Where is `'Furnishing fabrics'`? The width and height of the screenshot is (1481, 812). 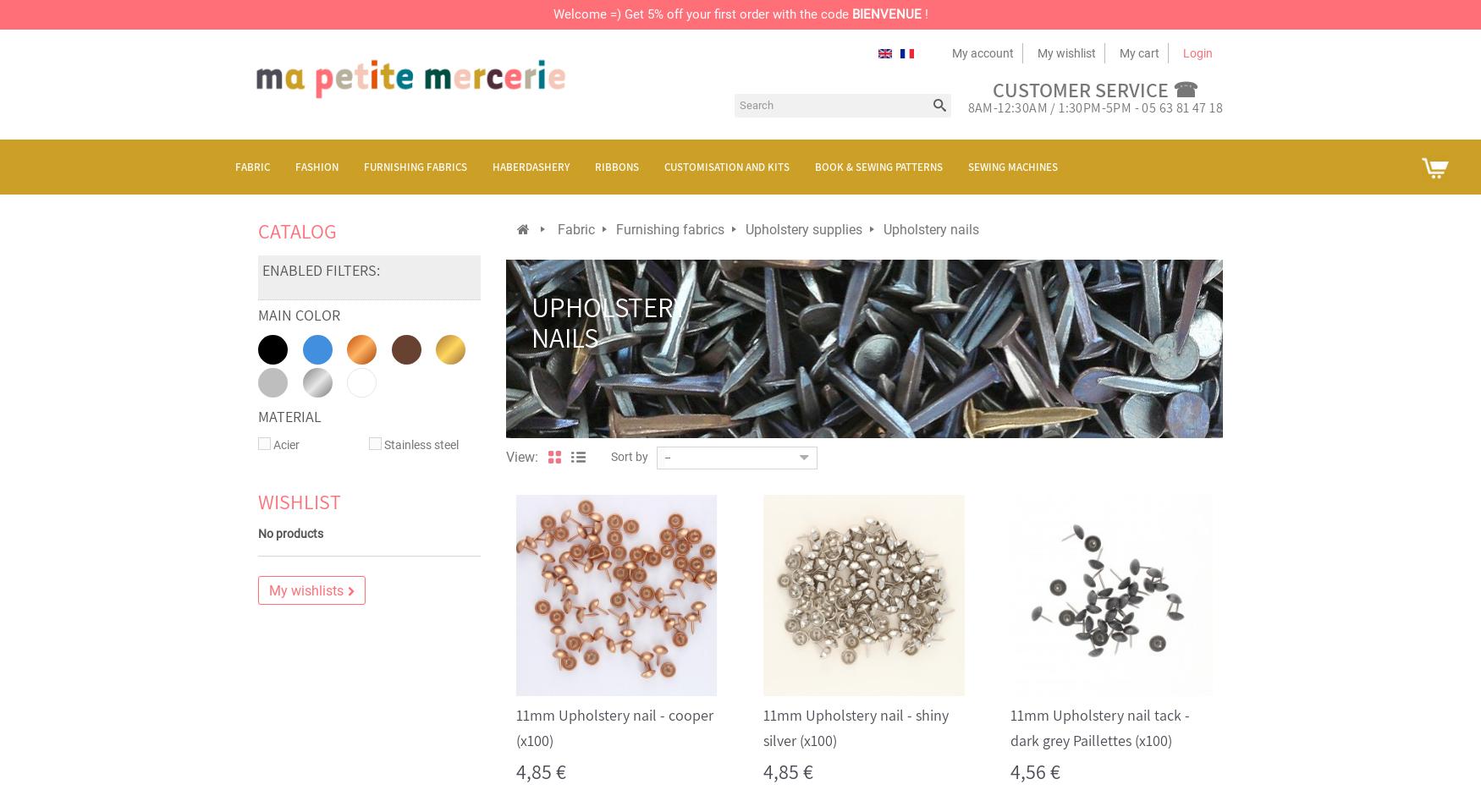
'Furnishing fabrics' is located at coordinates (669, 228).